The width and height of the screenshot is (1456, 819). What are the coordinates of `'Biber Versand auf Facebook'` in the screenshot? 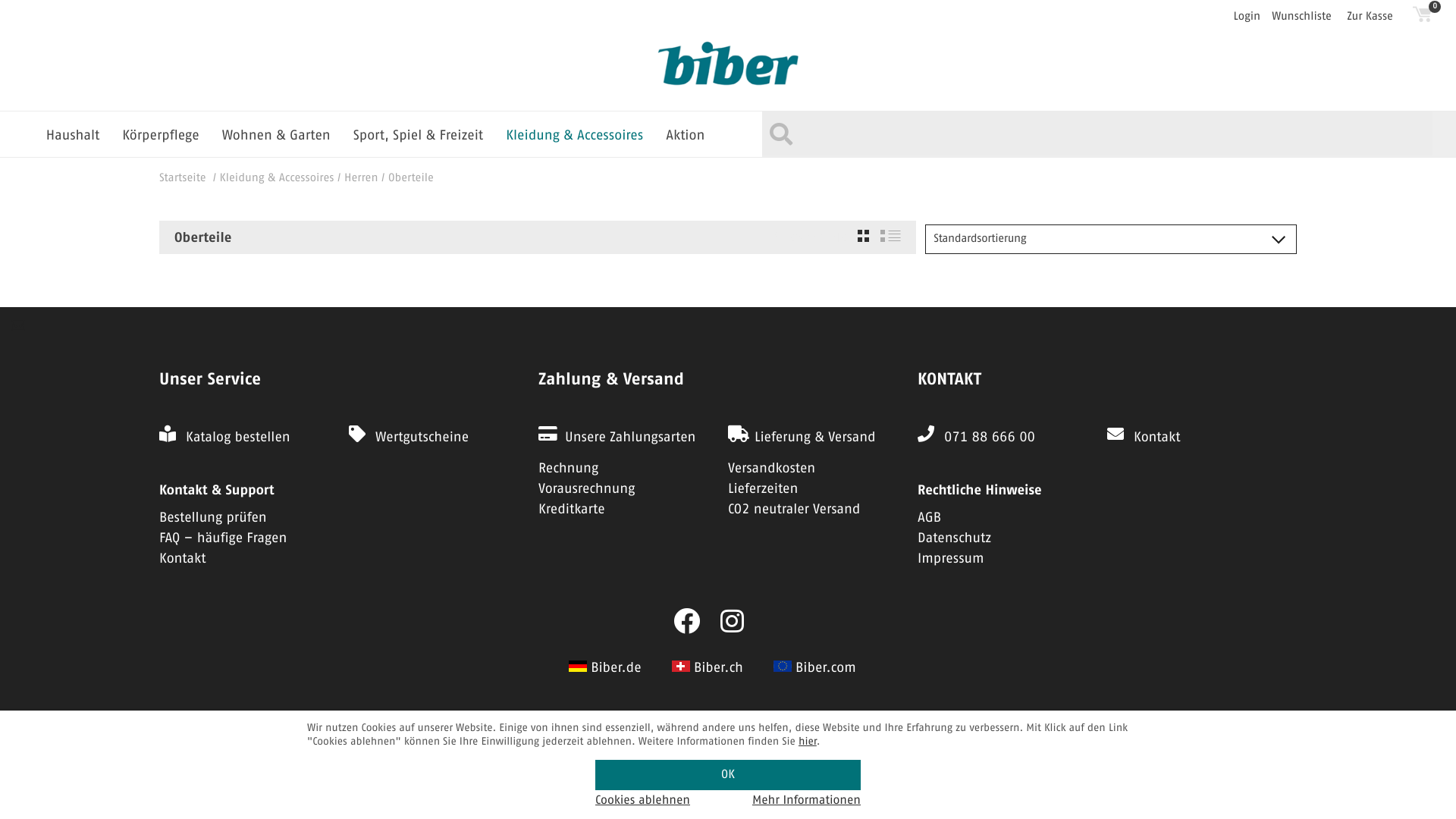 It's located at (686, 623).